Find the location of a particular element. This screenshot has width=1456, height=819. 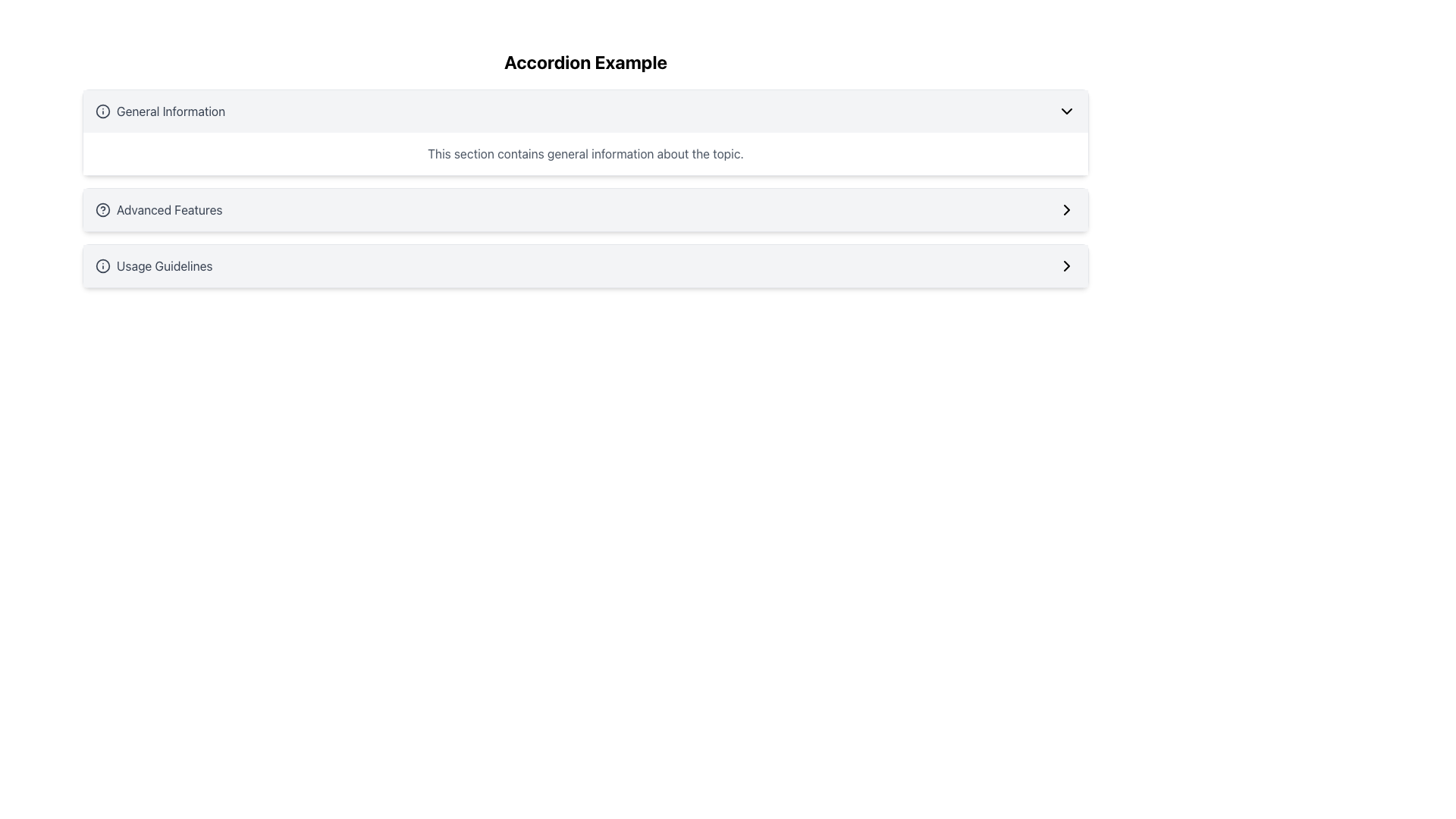

the icon-based button at the far right end of the 'Usage Guidelines' entry is located at coordinates (1065, 265).